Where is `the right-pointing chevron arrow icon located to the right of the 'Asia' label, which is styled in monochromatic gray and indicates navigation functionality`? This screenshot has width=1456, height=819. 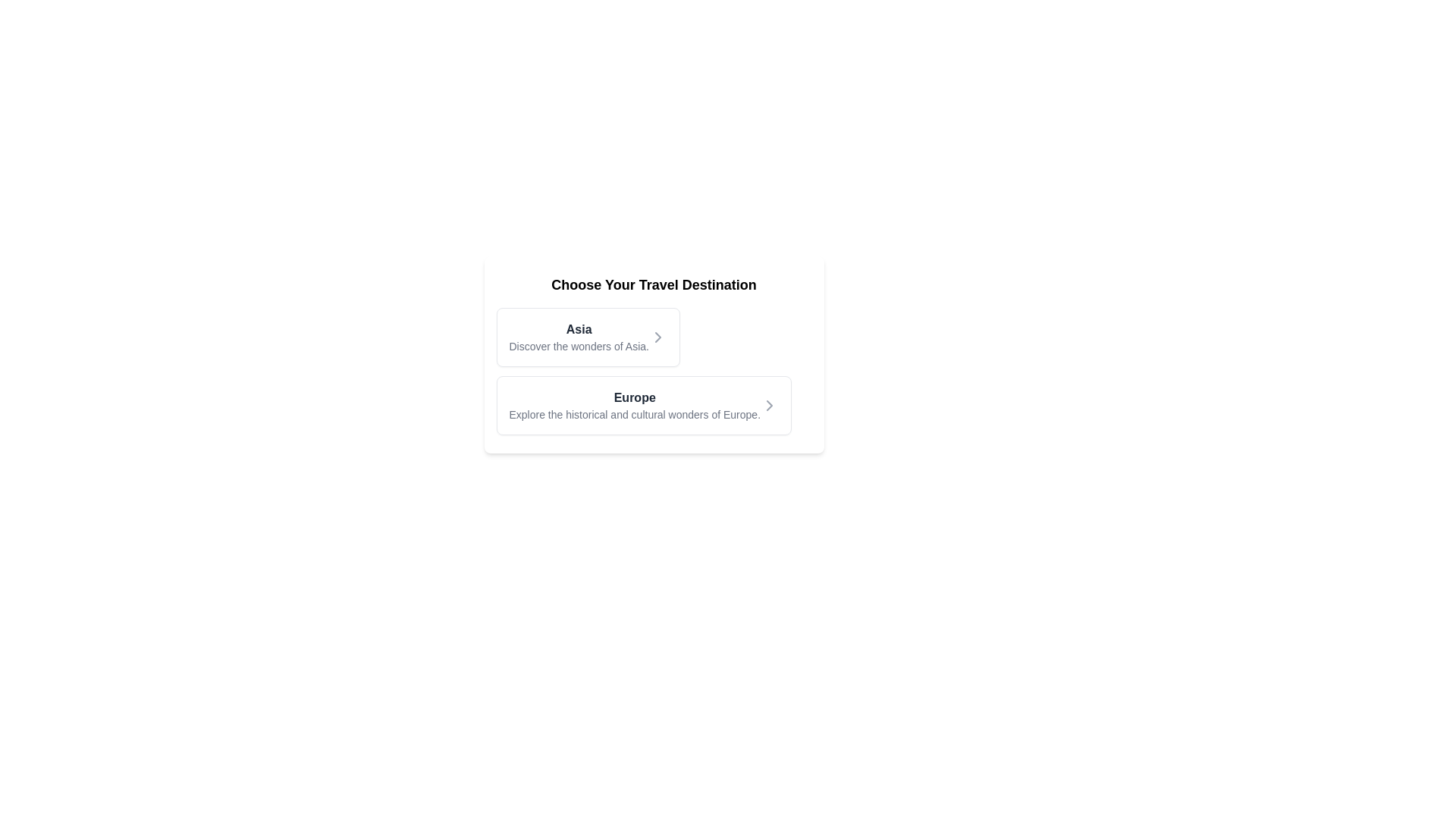
the right-pointing chevron arrow icon located to the right of the 'Asia' label, which is styled in monochromatic gray and indicates navigation functionality is located at coordinates (657, 336).